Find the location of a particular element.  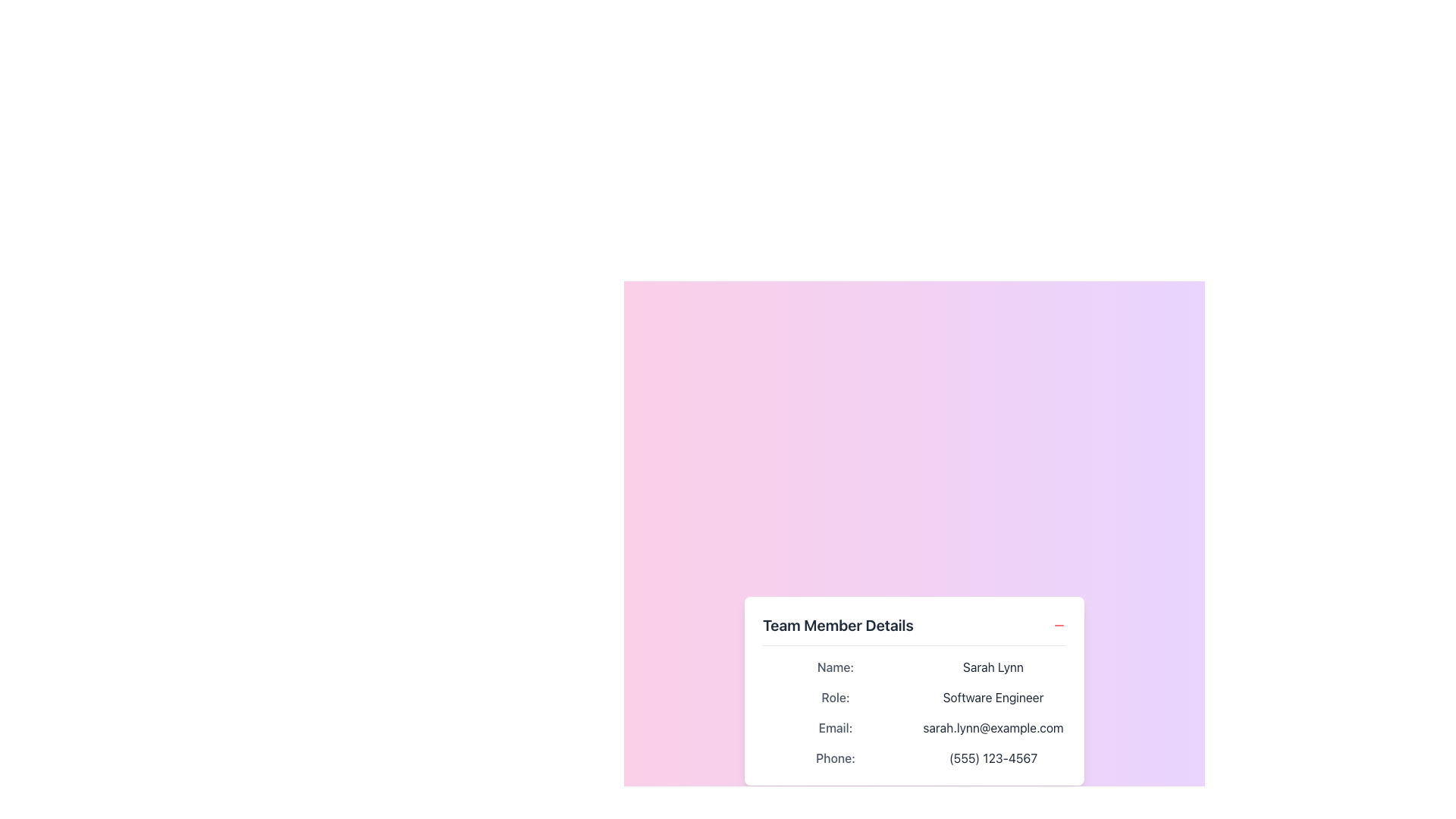

the button located at the rightmost position of the 'Team Member Details' heading to minimize or remove the section is located at coordinates (1058, 625).